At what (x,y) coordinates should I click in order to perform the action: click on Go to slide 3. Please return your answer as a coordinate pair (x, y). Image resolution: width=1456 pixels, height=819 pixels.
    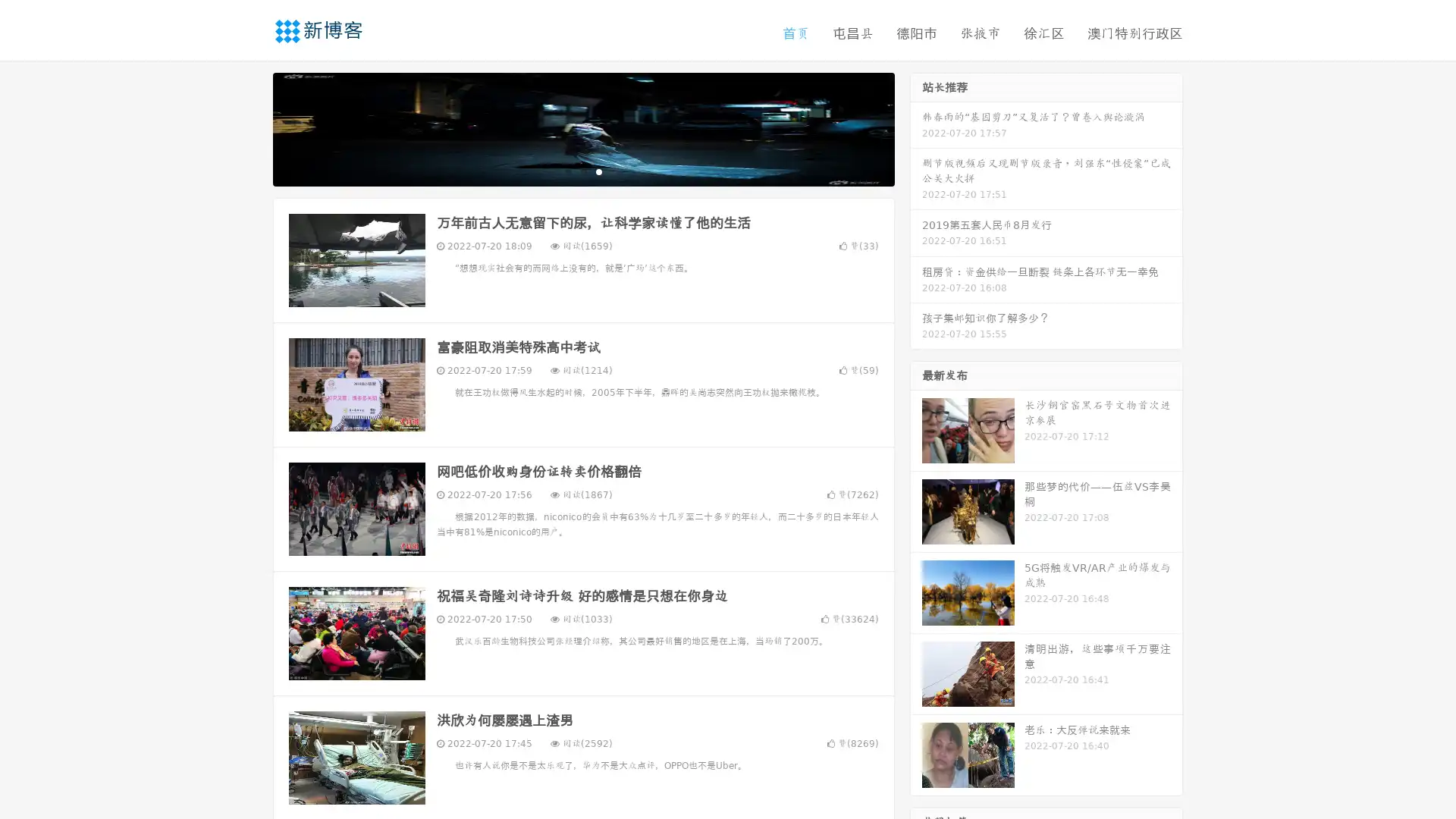
    Looking at the image, I should click on (598, 171).